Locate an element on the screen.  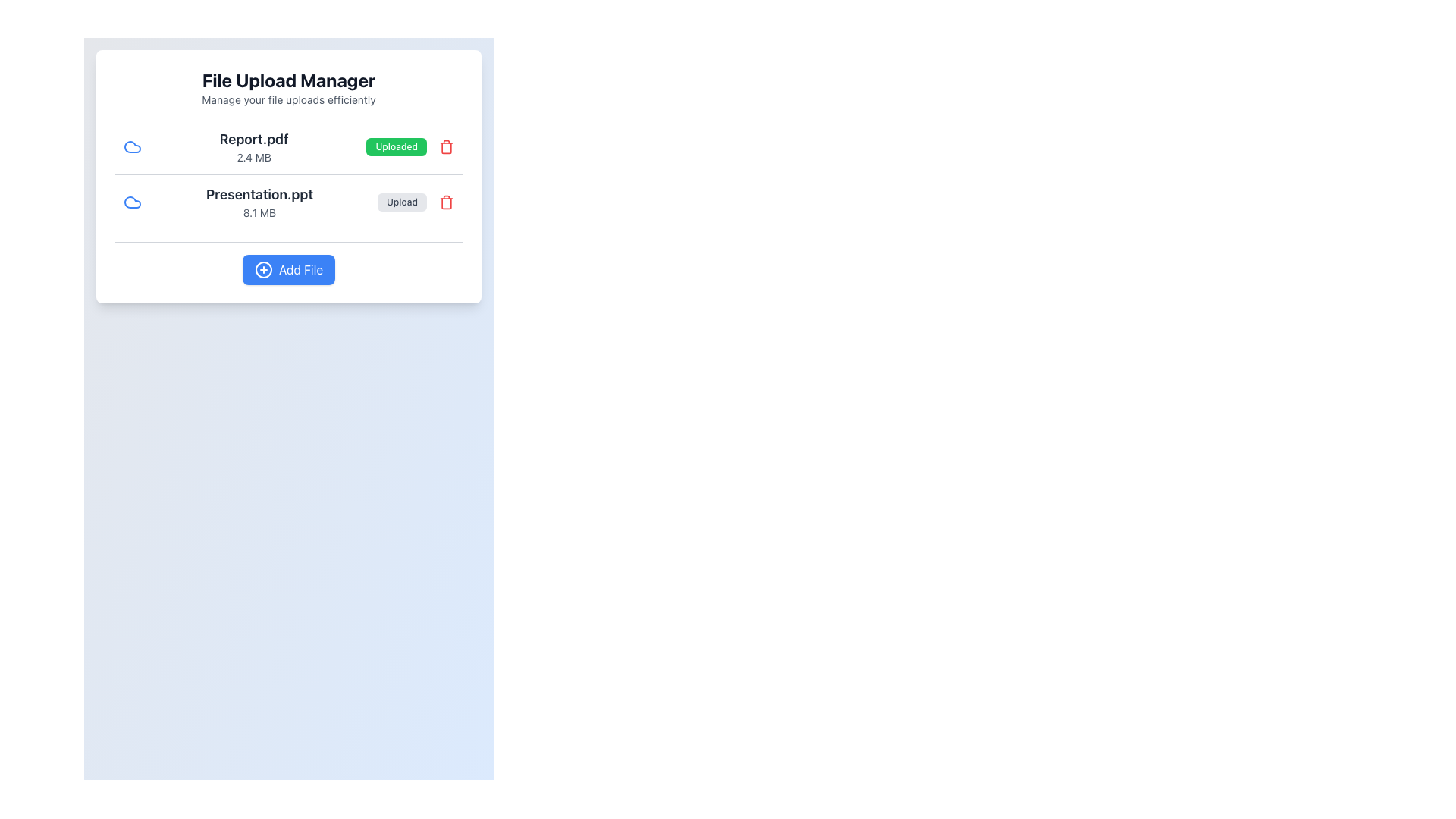
the text label that indicates the file size of 'Presentation.ppt', positioned directly below its sibling text element is located at coordinates (259, 213).